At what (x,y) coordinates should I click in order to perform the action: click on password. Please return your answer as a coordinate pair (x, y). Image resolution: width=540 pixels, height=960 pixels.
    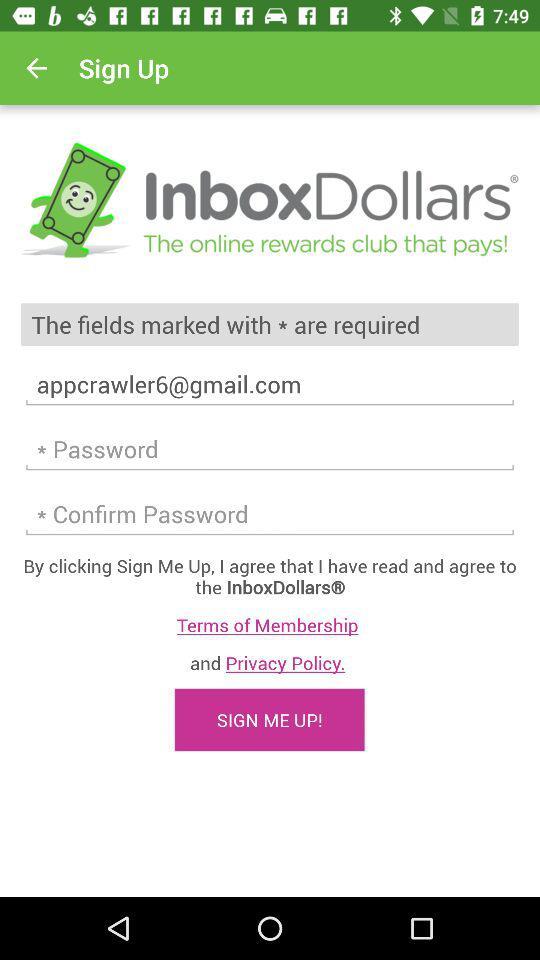
    Looking at the image, I should click on (270, 449).